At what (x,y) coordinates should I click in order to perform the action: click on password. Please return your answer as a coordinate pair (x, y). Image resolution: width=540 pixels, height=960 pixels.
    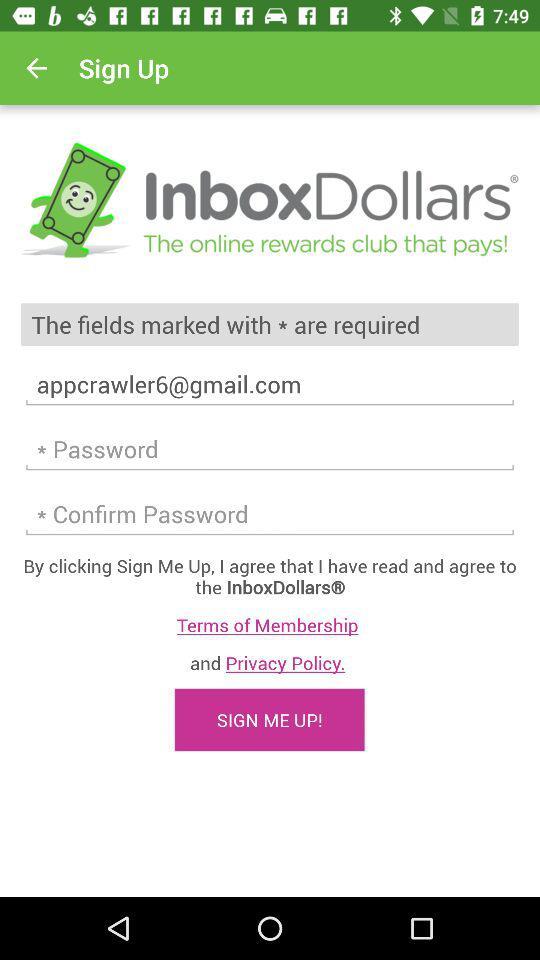
    Looking at the image, I should click on (270, 449).